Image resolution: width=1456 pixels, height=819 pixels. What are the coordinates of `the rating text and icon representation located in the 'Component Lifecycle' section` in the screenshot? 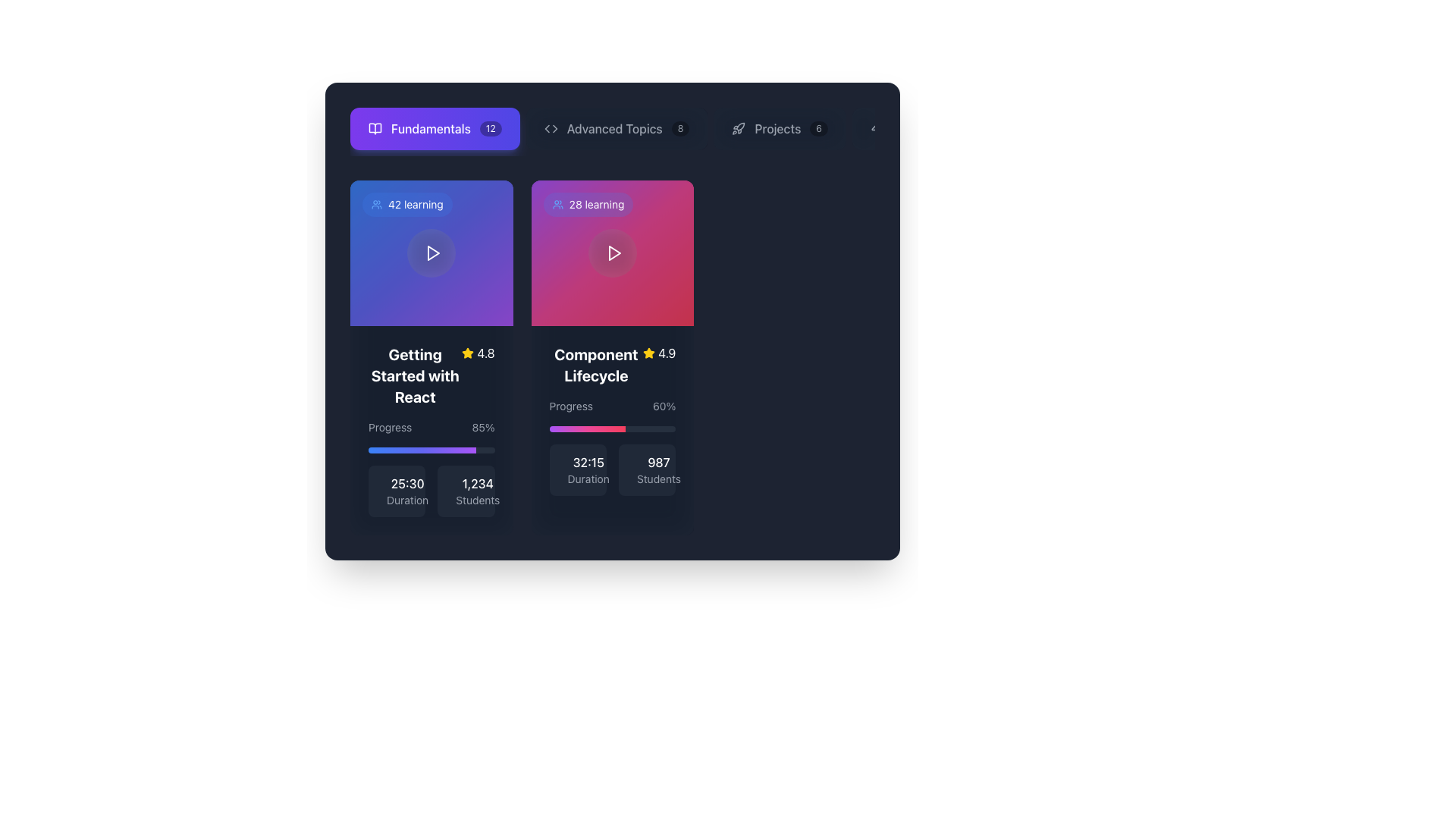 It's located at (659, 353).